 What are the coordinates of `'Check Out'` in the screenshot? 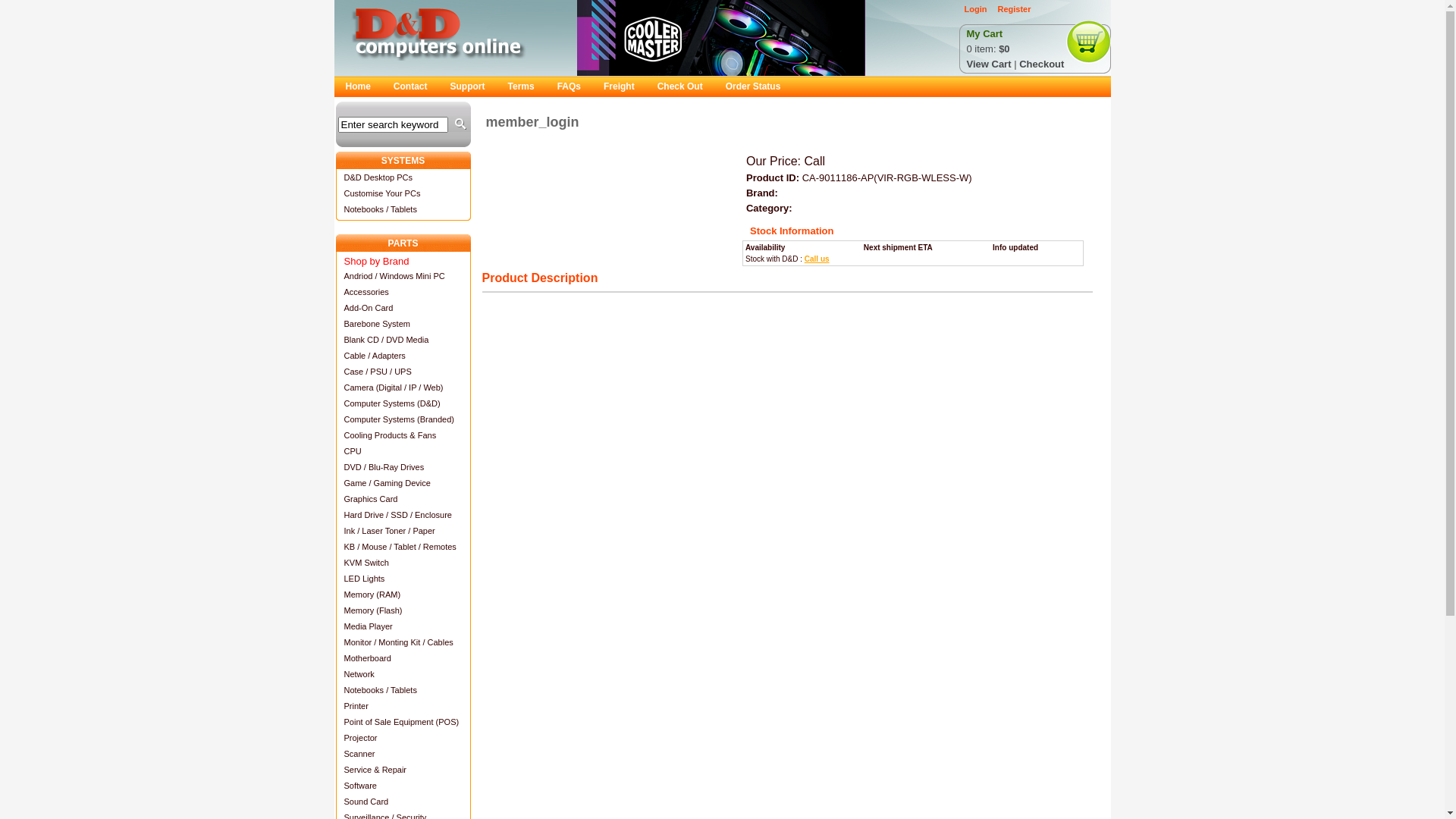 It's located at (679, 86).